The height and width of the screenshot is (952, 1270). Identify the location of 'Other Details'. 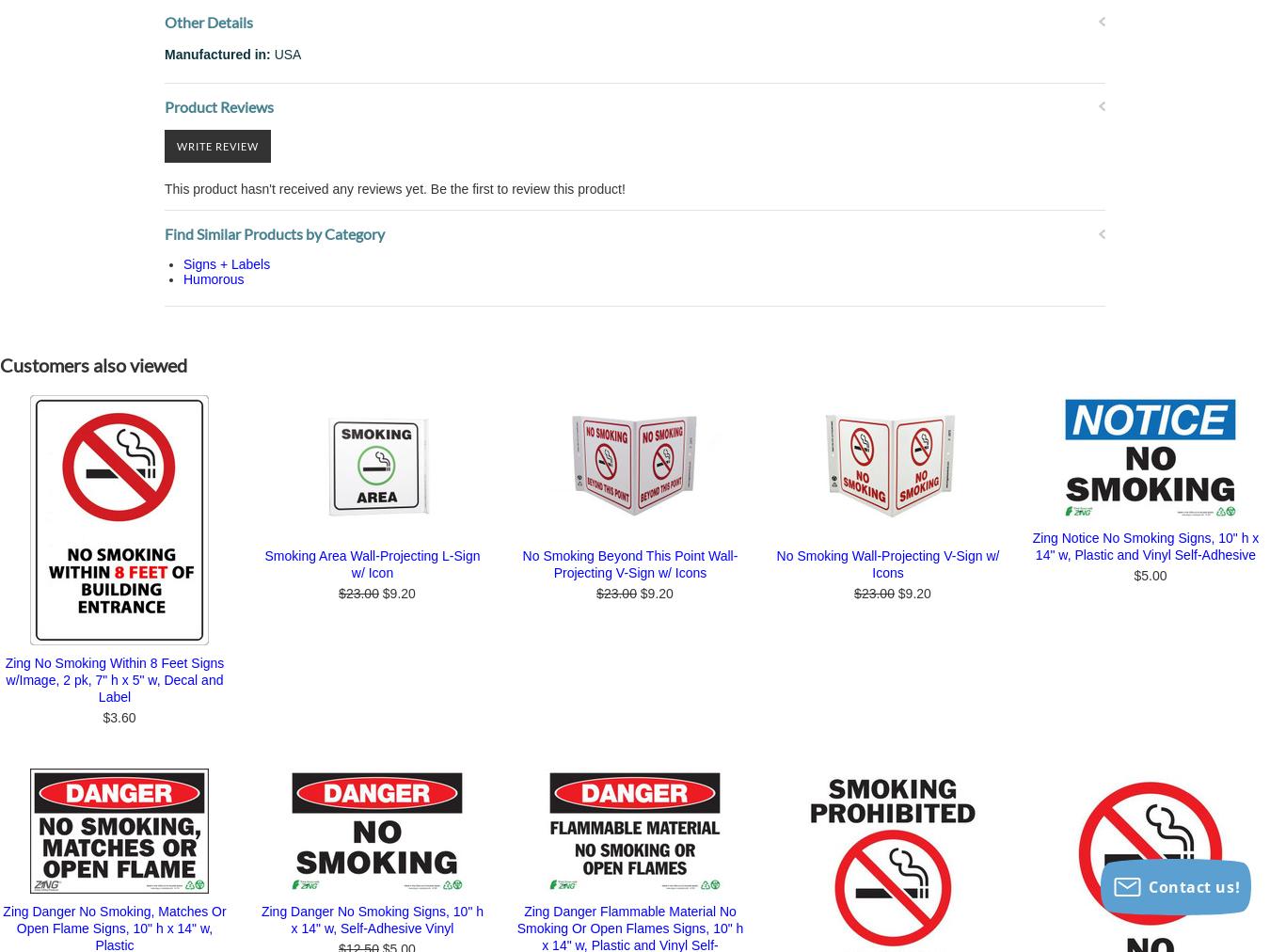
(208, 20).